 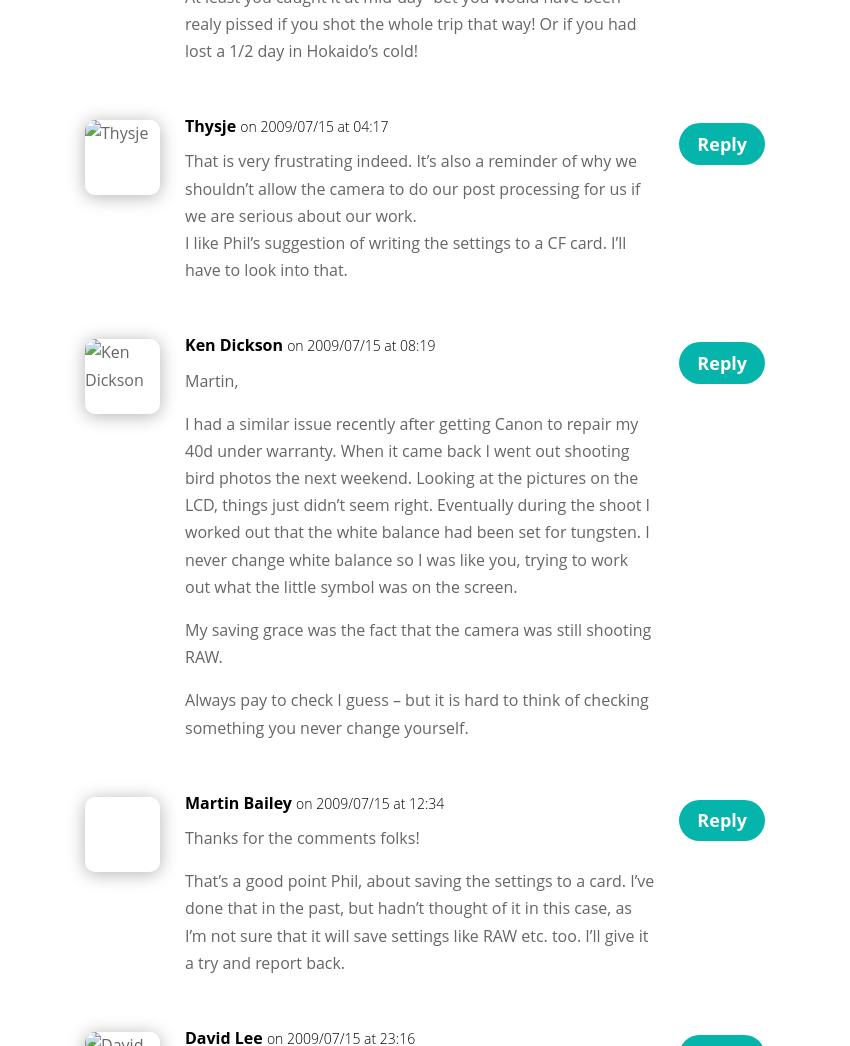 What do you see at coordinates (412, 187) in the screenshot?
I see `'That is very frustrating indeed. It’s also a reminder of why we shouldn’t allow the camera to do our post processing for us if we are serious about our work.'` at bounding box center [412, 187].